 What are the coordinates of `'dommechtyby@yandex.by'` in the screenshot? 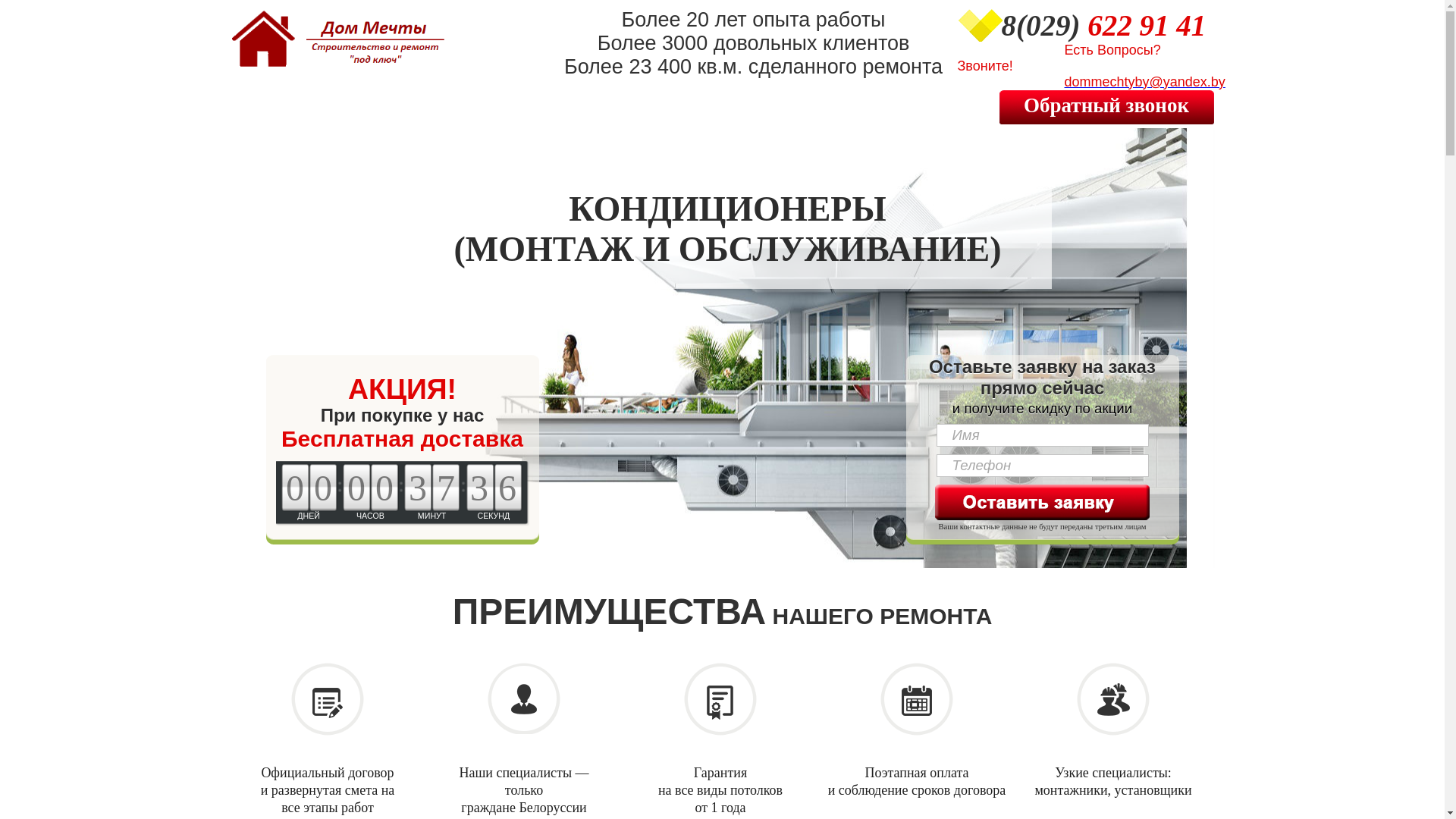 It's located at (1090, 83).